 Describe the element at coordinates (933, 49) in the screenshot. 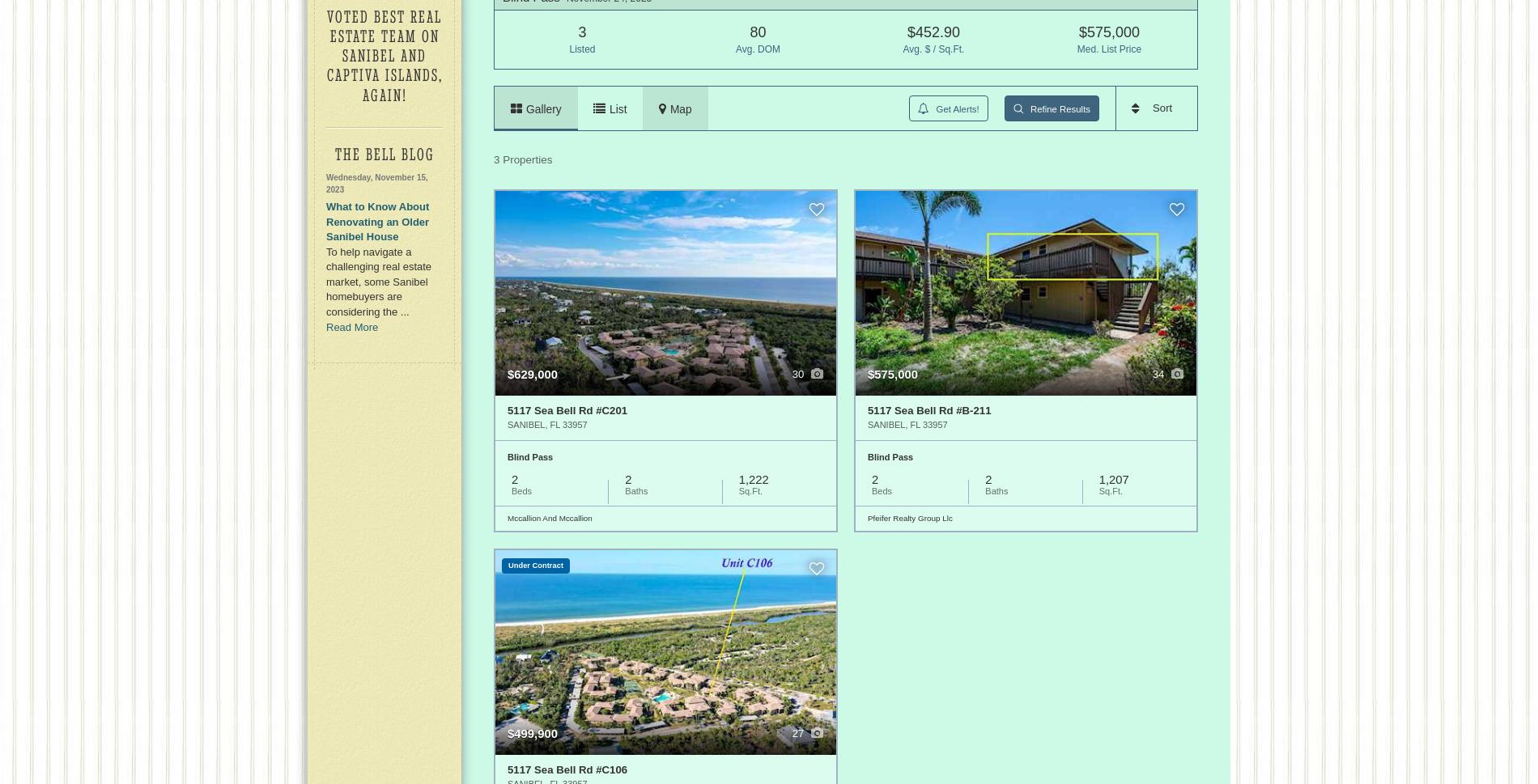

I see `'Avg. $ / Sq.Ft.'` at that location.